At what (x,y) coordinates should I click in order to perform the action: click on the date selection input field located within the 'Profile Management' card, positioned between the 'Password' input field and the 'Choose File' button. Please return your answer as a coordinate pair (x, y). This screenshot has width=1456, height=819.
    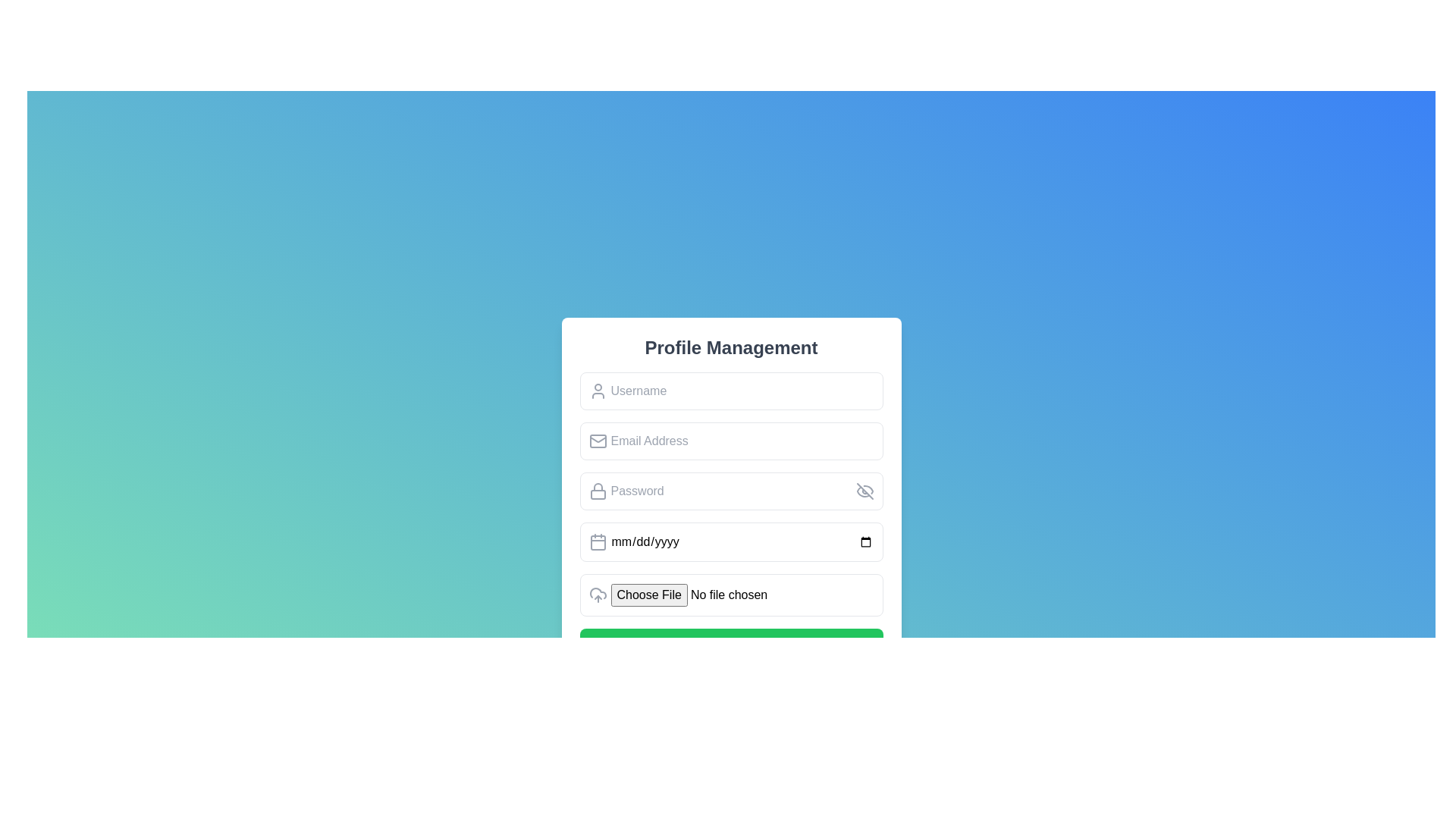
    Looking at the image, I should click on (731, 541).